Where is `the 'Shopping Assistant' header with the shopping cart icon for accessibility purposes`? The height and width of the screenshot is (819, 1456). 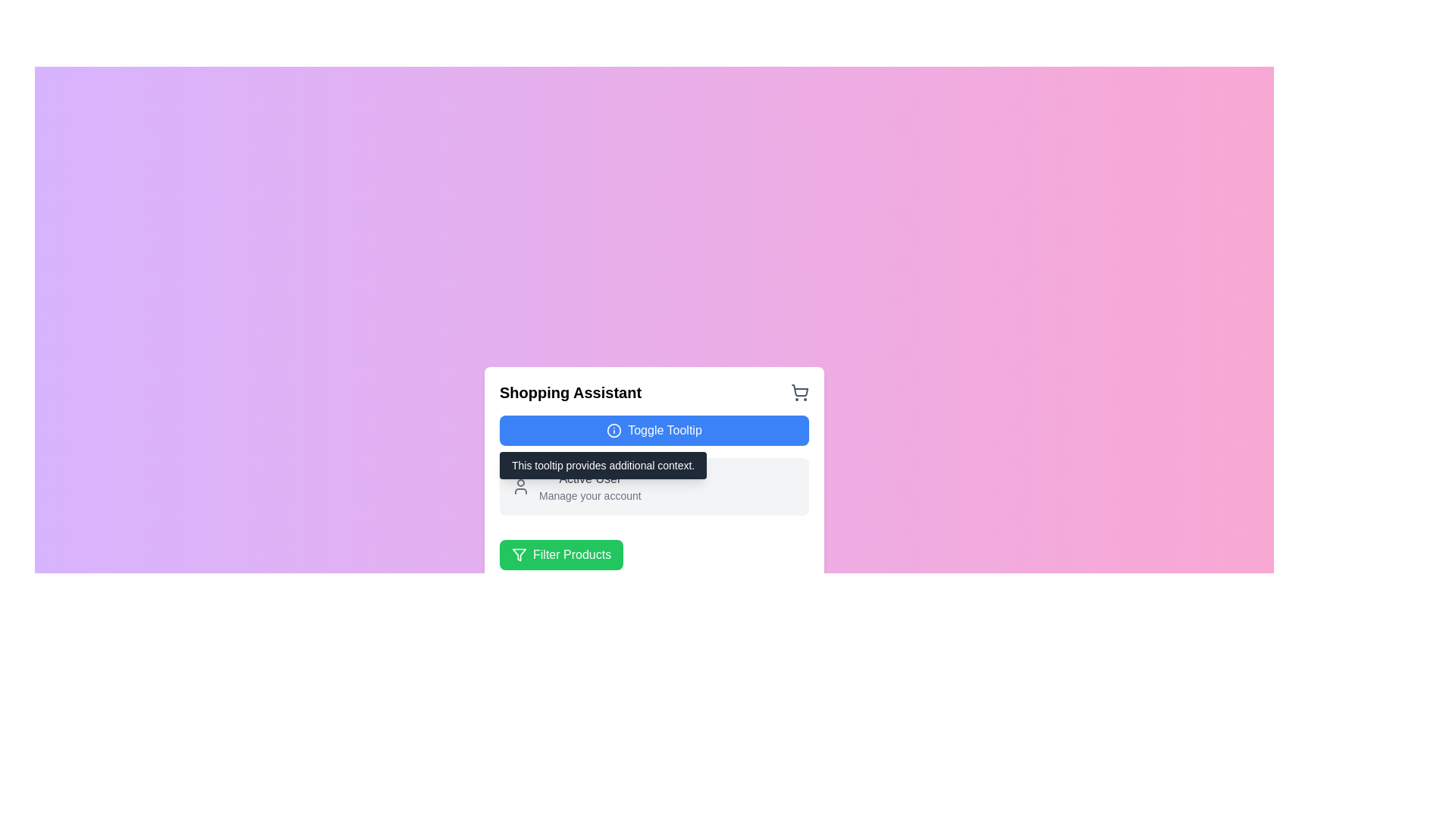 the 'Shopping Assistant' header with the shopping cart icon for accessibility purposes is located at coordinates (654, 391).